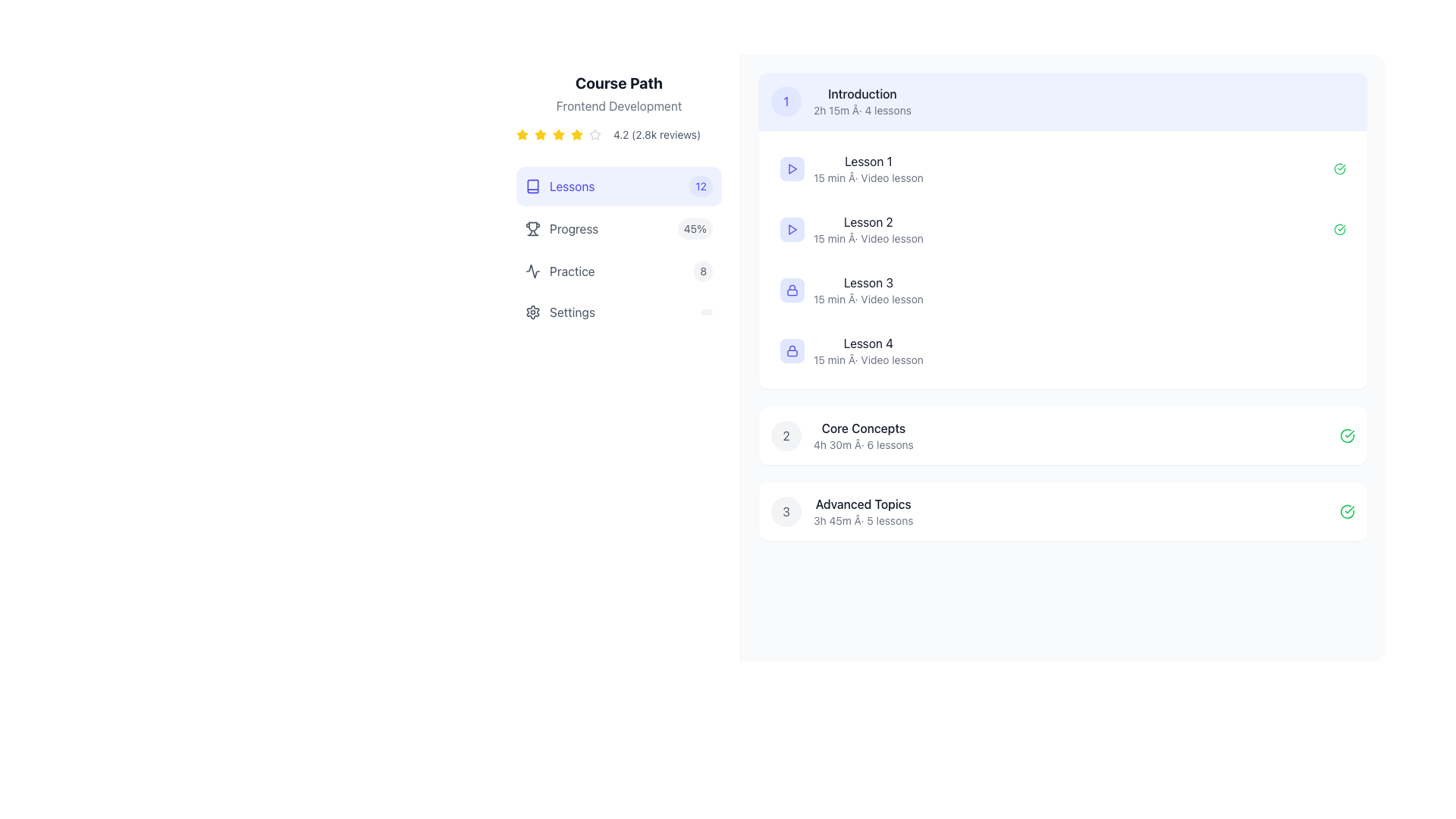 This screenshot has width=1456, height=819. I want to click on the triangular play icon indicating video content for 'Lesson 2', located beside 'Lesson 2' in the lesson list, so click(792, 230).